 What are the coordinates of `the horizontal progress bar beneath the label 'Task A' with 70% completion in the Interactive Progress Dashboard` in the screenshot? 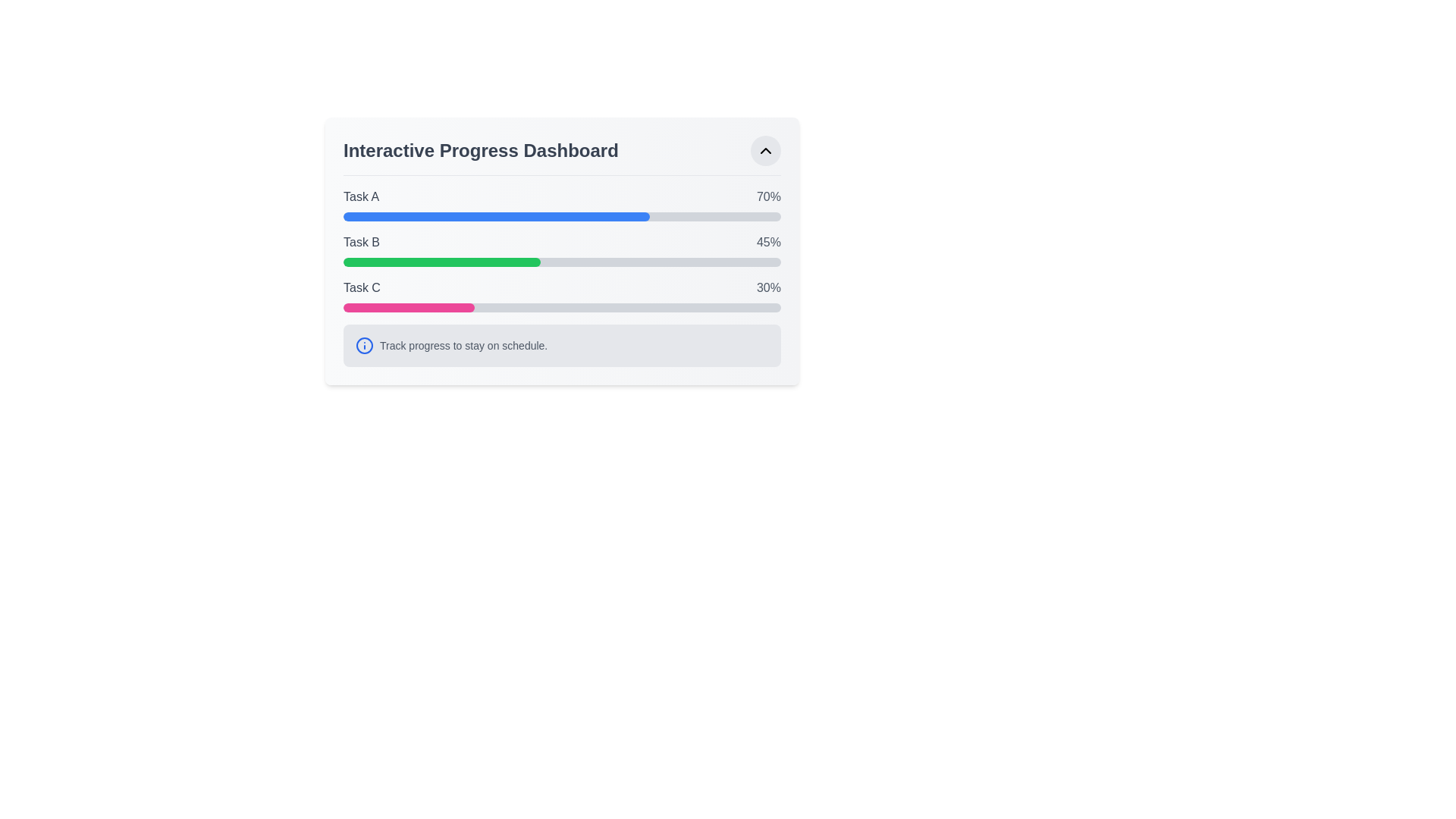 It's located at (561, 216).